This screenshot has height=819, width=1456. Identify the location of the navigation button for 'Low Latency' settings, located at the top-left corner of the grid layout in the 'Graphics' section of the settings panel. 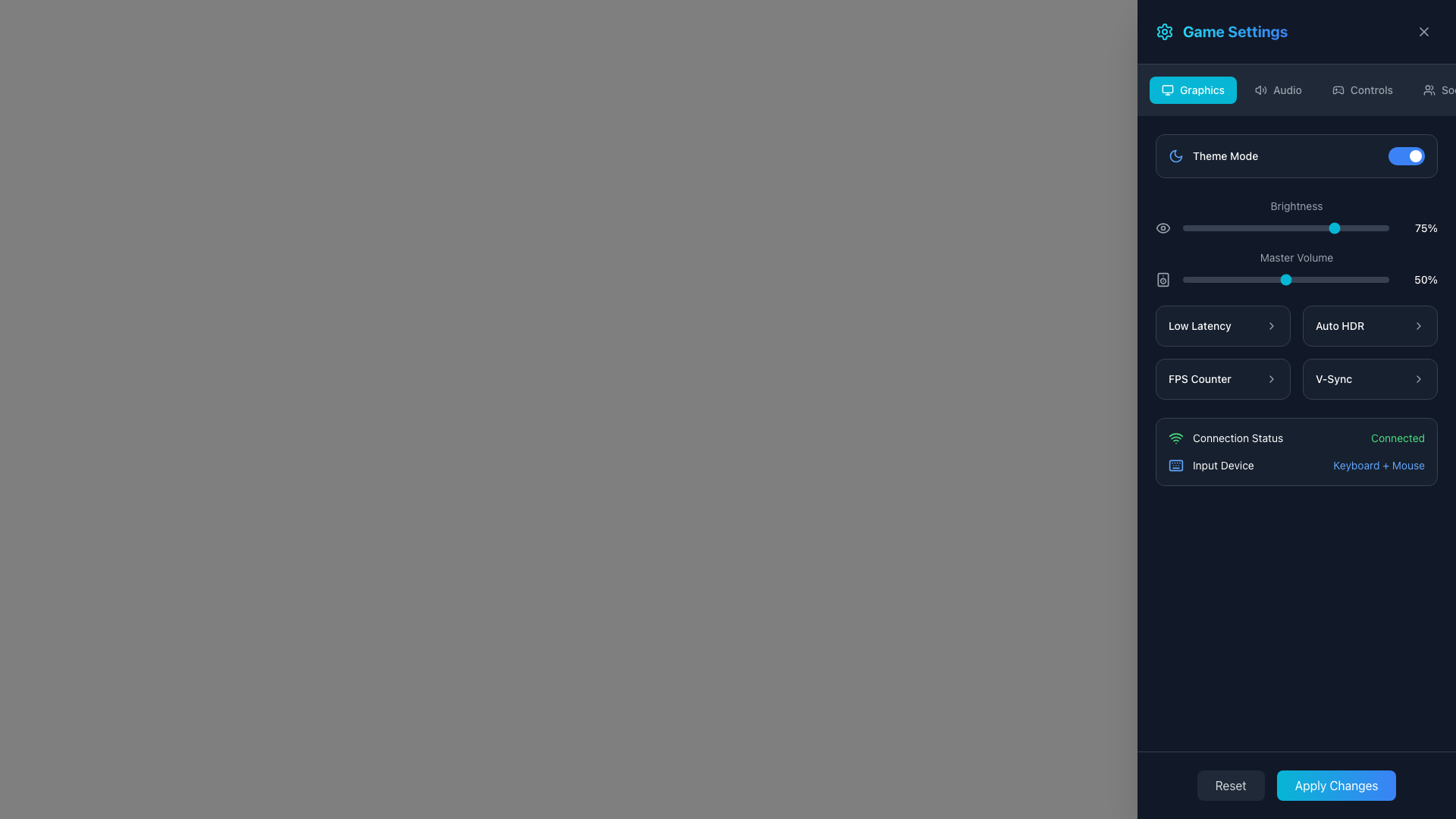
(1222, 325).